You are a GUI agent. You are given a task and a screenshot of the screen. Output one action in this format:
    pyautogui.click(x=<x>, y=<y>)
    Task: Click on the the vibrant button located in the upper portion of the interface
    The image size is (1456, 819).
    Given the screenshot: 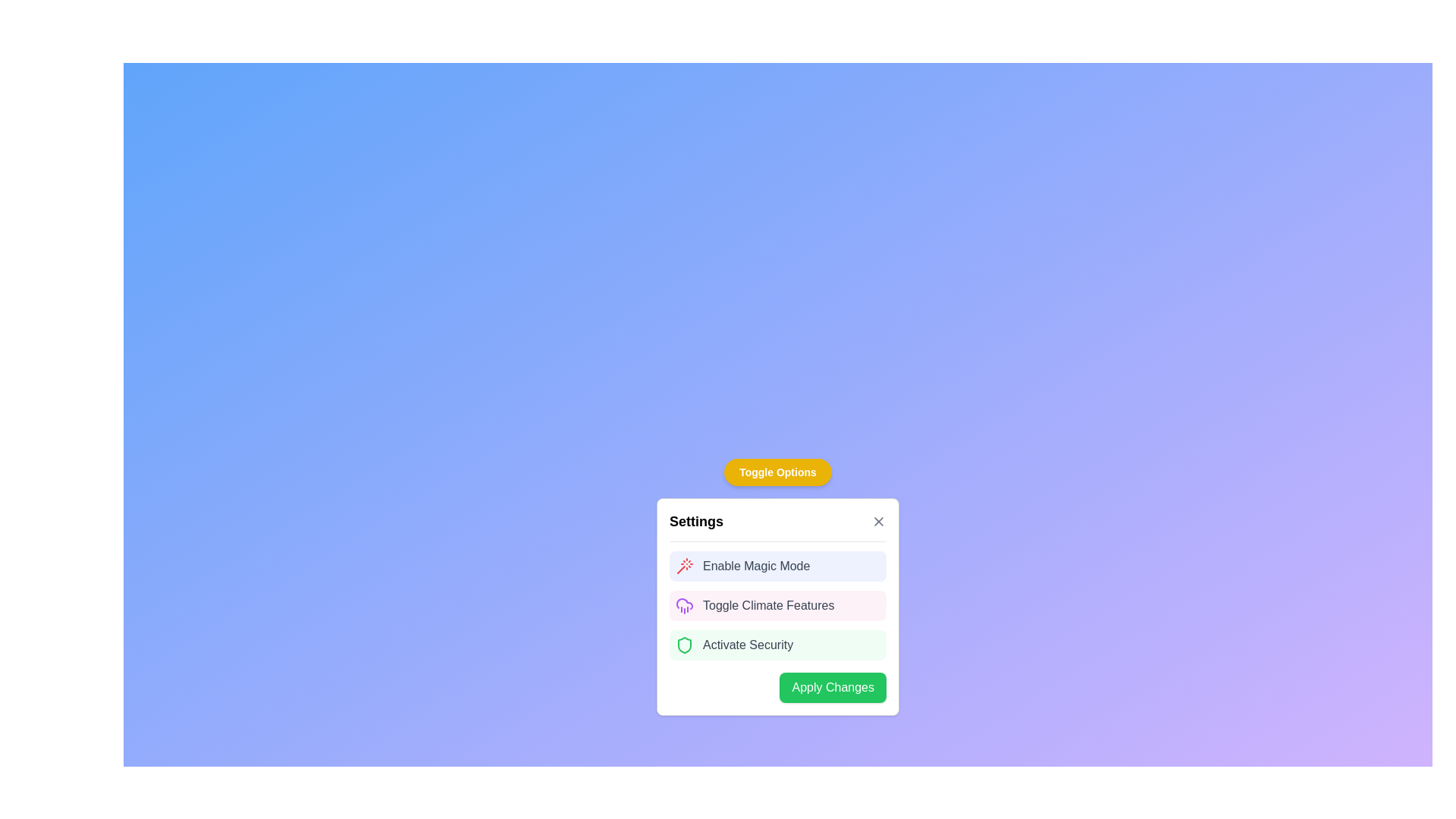 What is the action you would take?
    pyautogui.click(x=778, y=472)
    